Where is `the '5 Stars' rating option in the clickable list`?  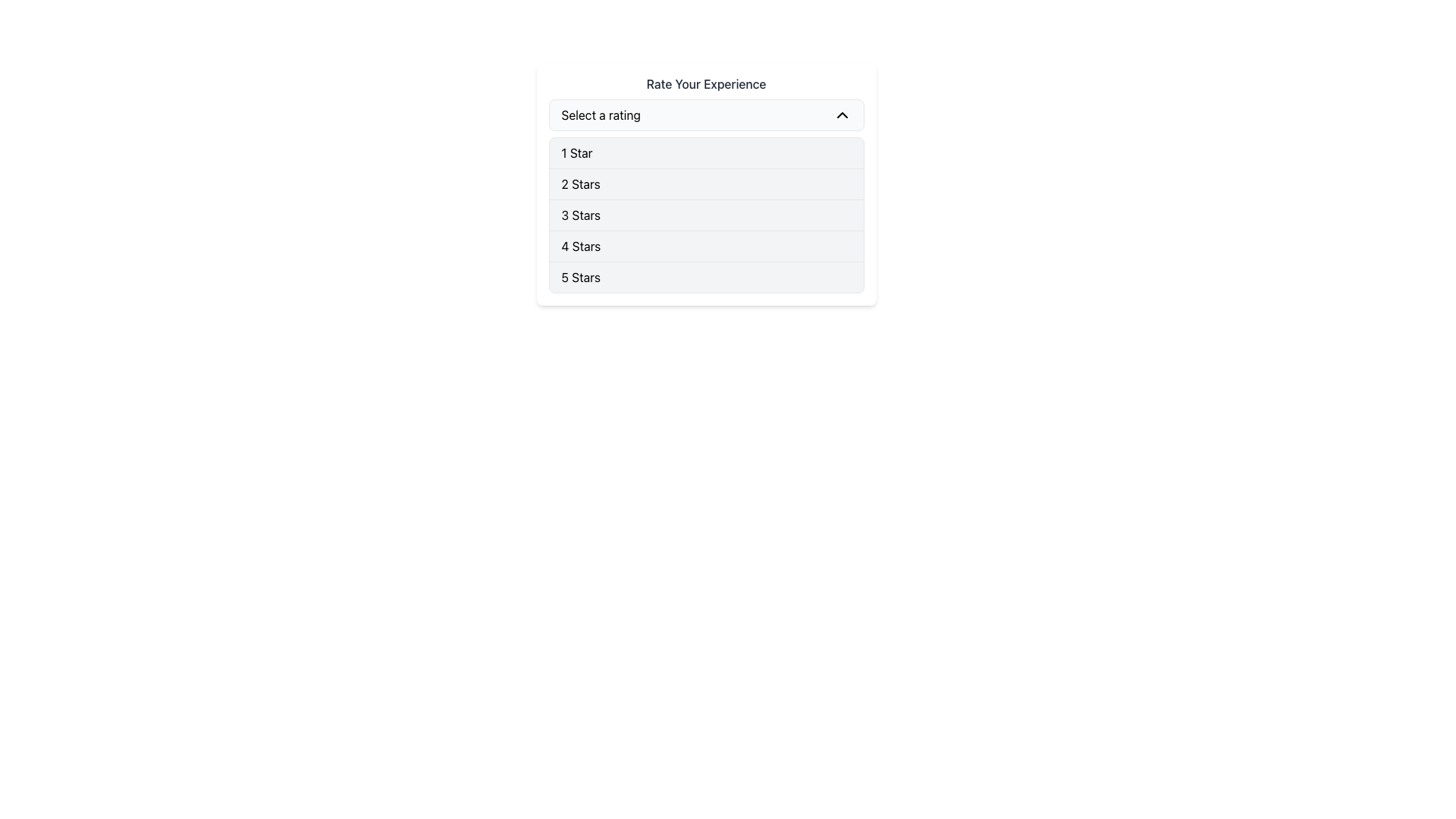 the '5 Stars' rating option in the clickable list is located at coordinates (705, 277).